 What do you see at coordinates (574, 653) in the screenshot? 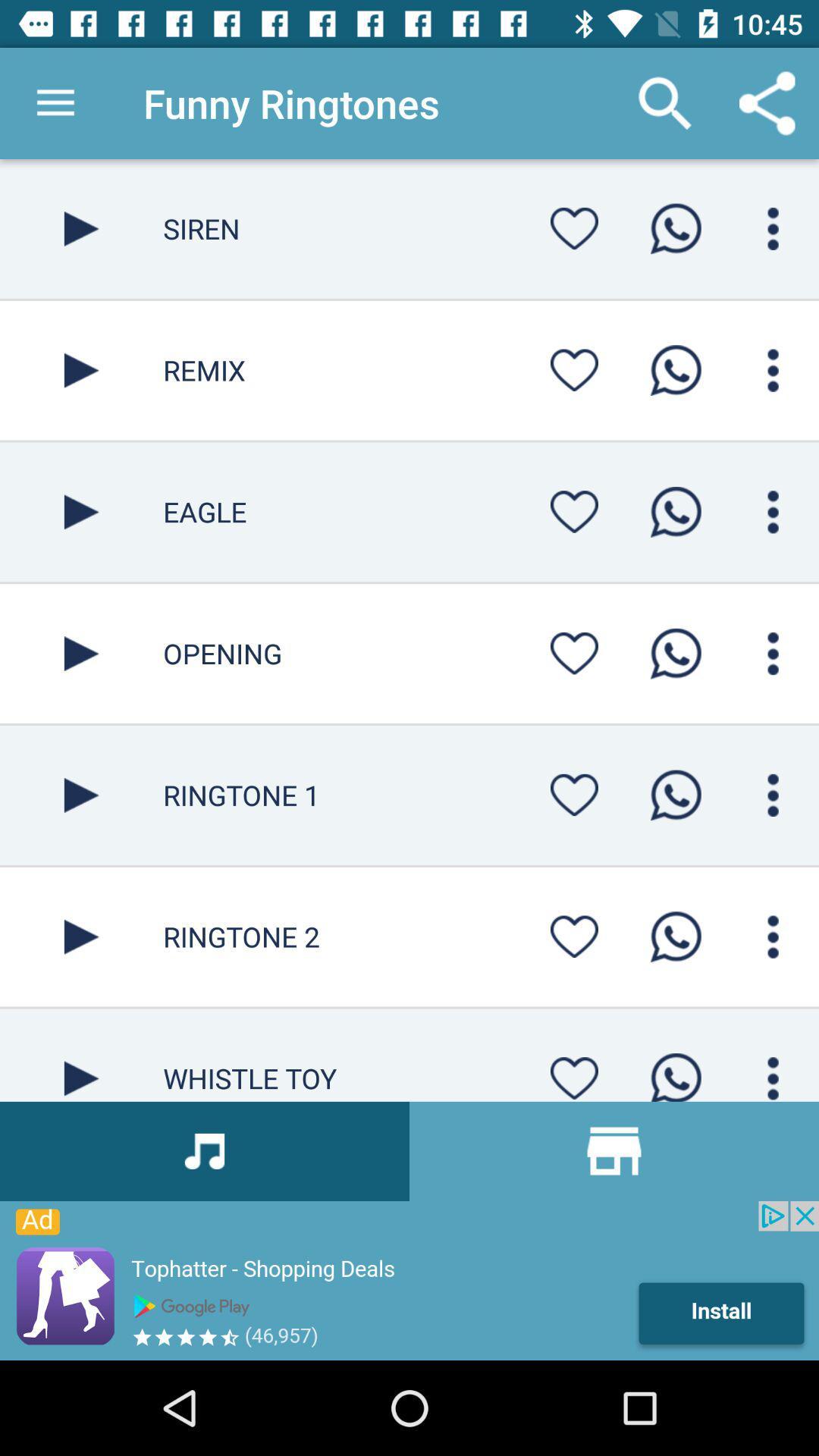
I see `like button` at bounding box center [574, 653].